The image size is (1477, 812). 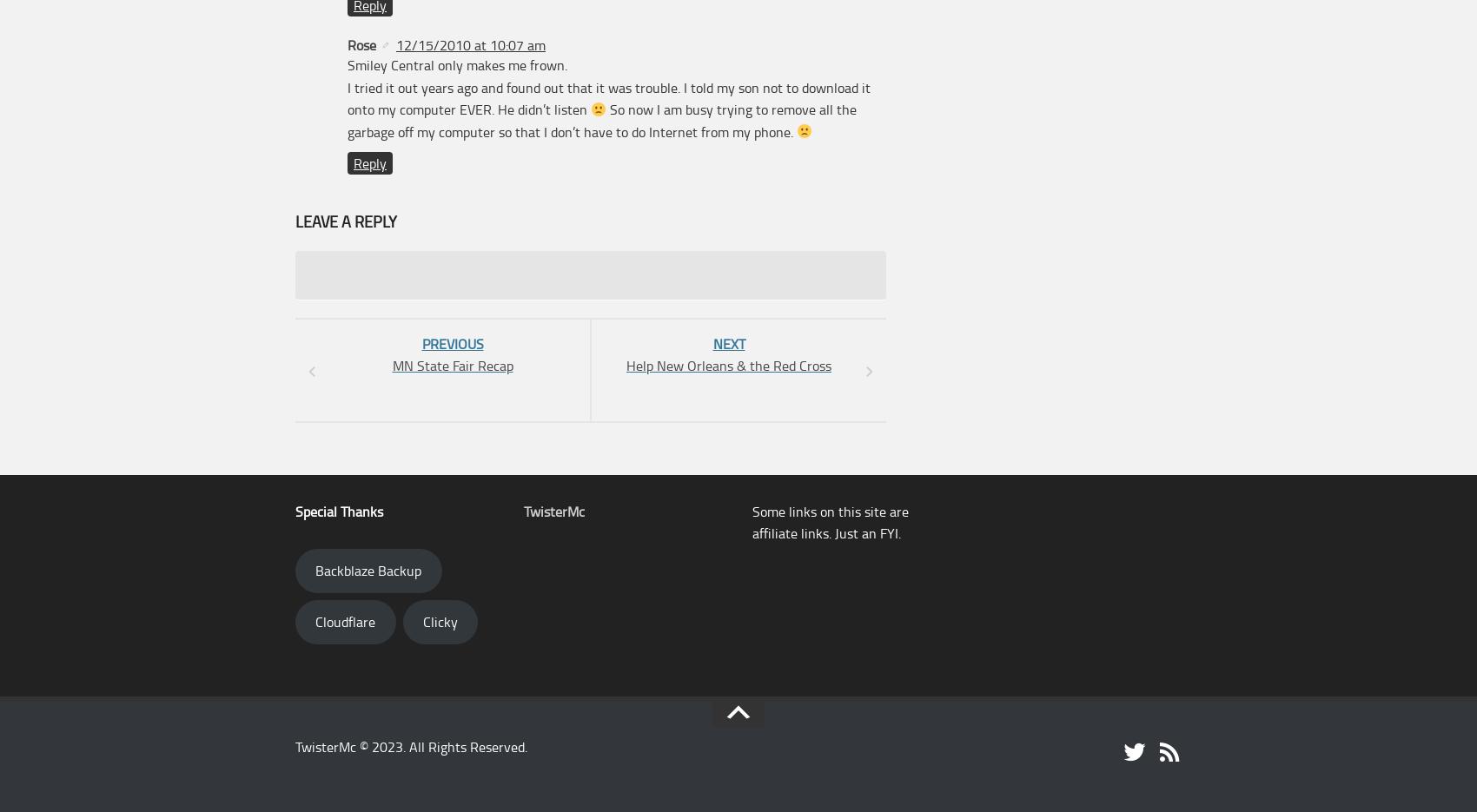 What do you see at coordinates (609, 97) in the screenshot?
I see `'I tried it out years ago and found out that it was trouble. I told my son not to download it onto my computer EVER. He didn’t listen'` at bounding box center [609, 97].